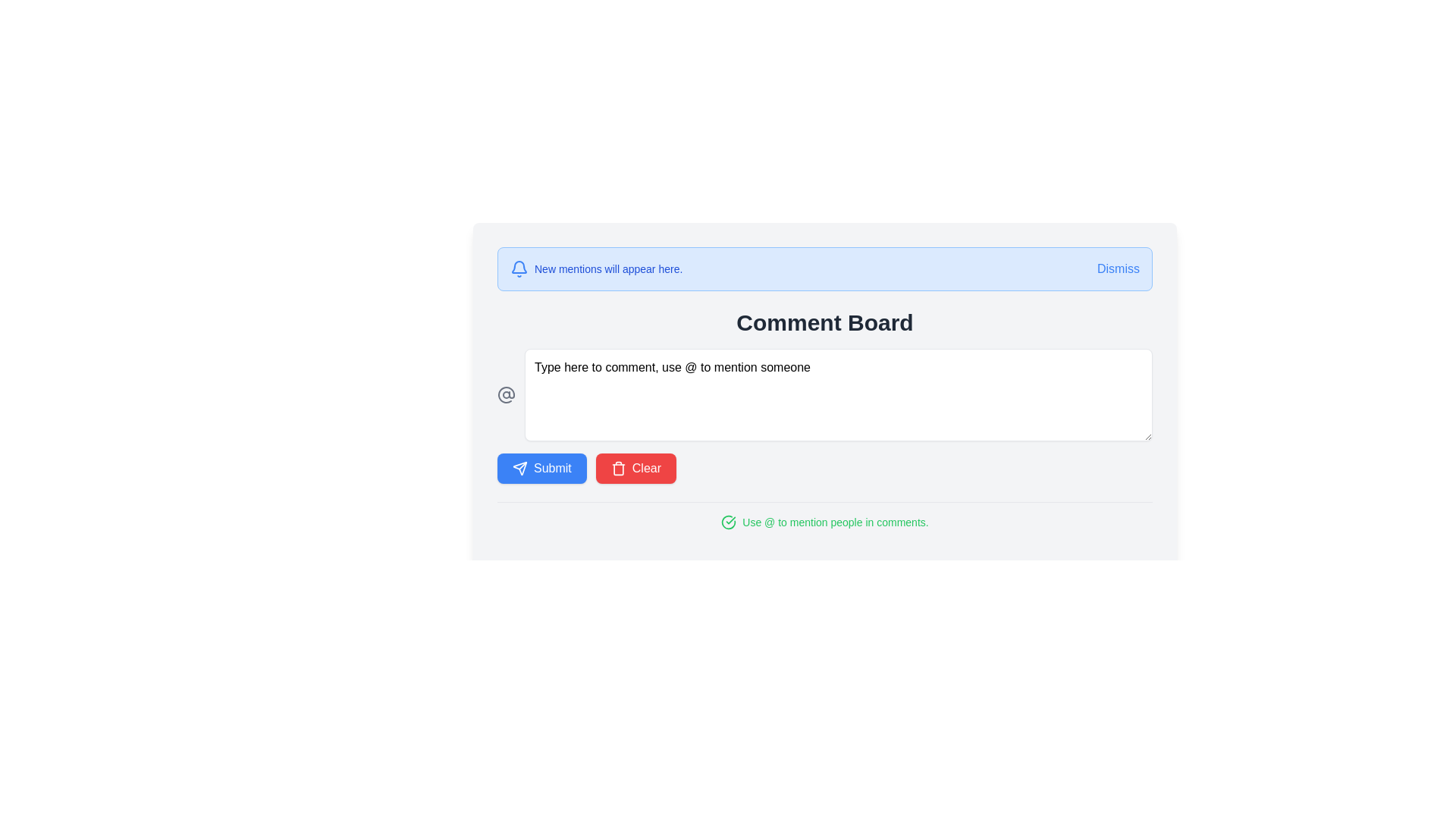  I want to click on the text label displaying the message 'Use @ to mention people in comments.' which is styled in smaller font and green color, located next to a green checkmark icon beneath the comment input area, so click(835, 522).